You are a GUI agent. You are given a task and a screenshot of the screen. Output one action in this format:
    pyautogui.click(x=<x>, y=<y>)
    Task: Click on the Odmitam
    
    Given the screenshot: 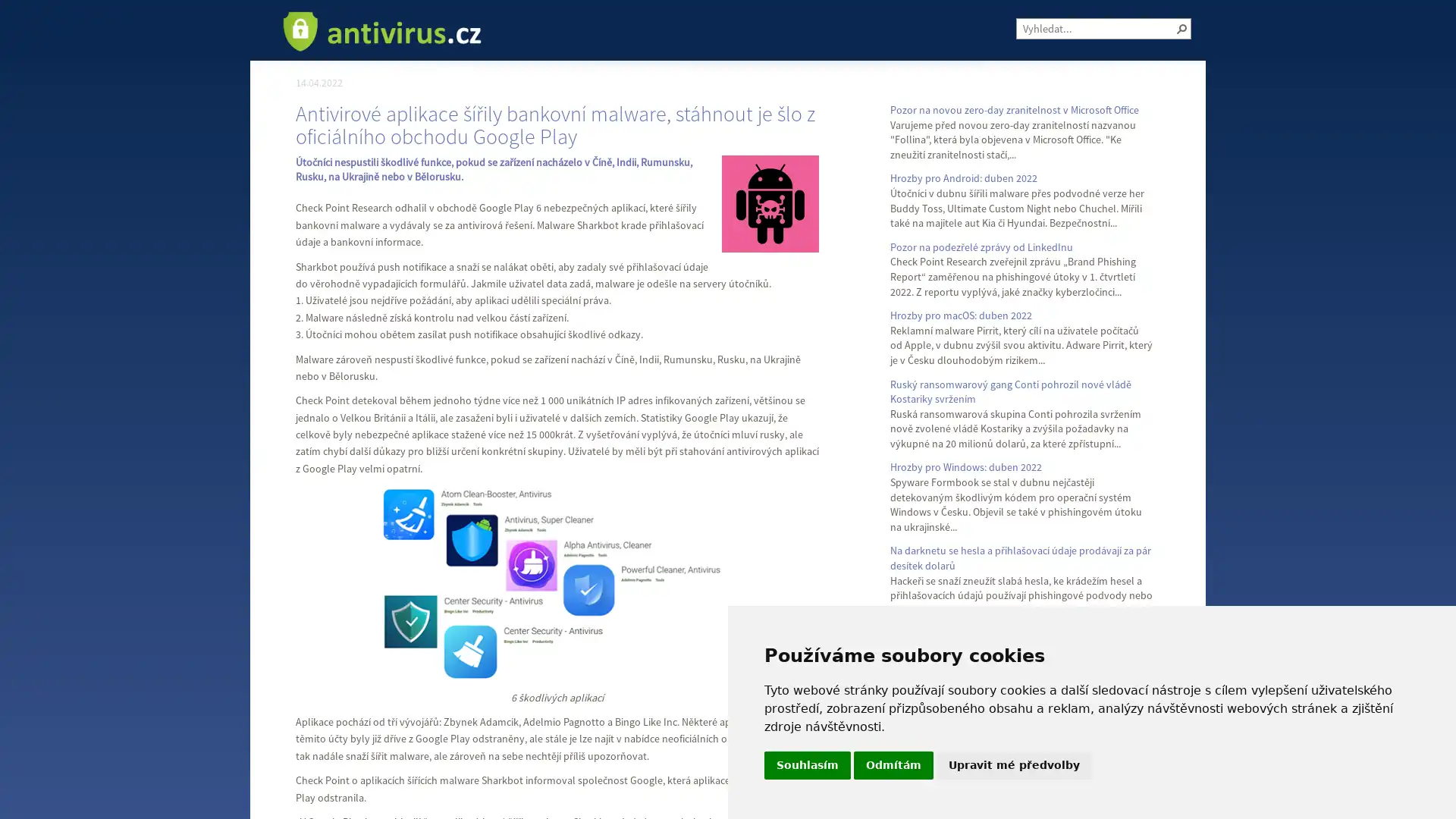 What is the action you would take?
    pyautogui.click(x=893, y=765)
    